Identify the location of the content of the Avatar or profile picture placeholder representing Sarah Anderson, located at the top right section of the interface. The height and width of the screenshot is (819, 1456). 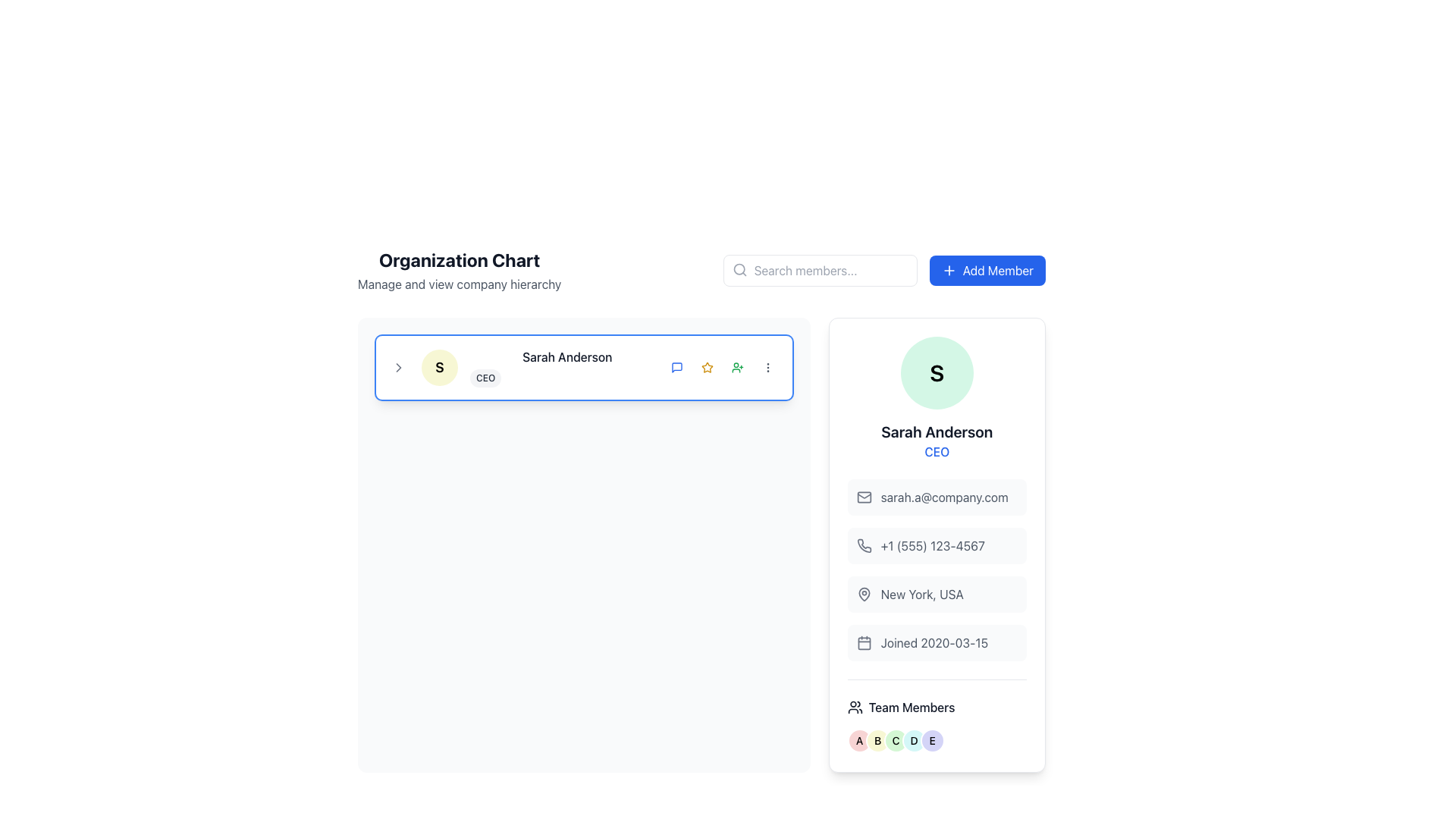
(936, 373).